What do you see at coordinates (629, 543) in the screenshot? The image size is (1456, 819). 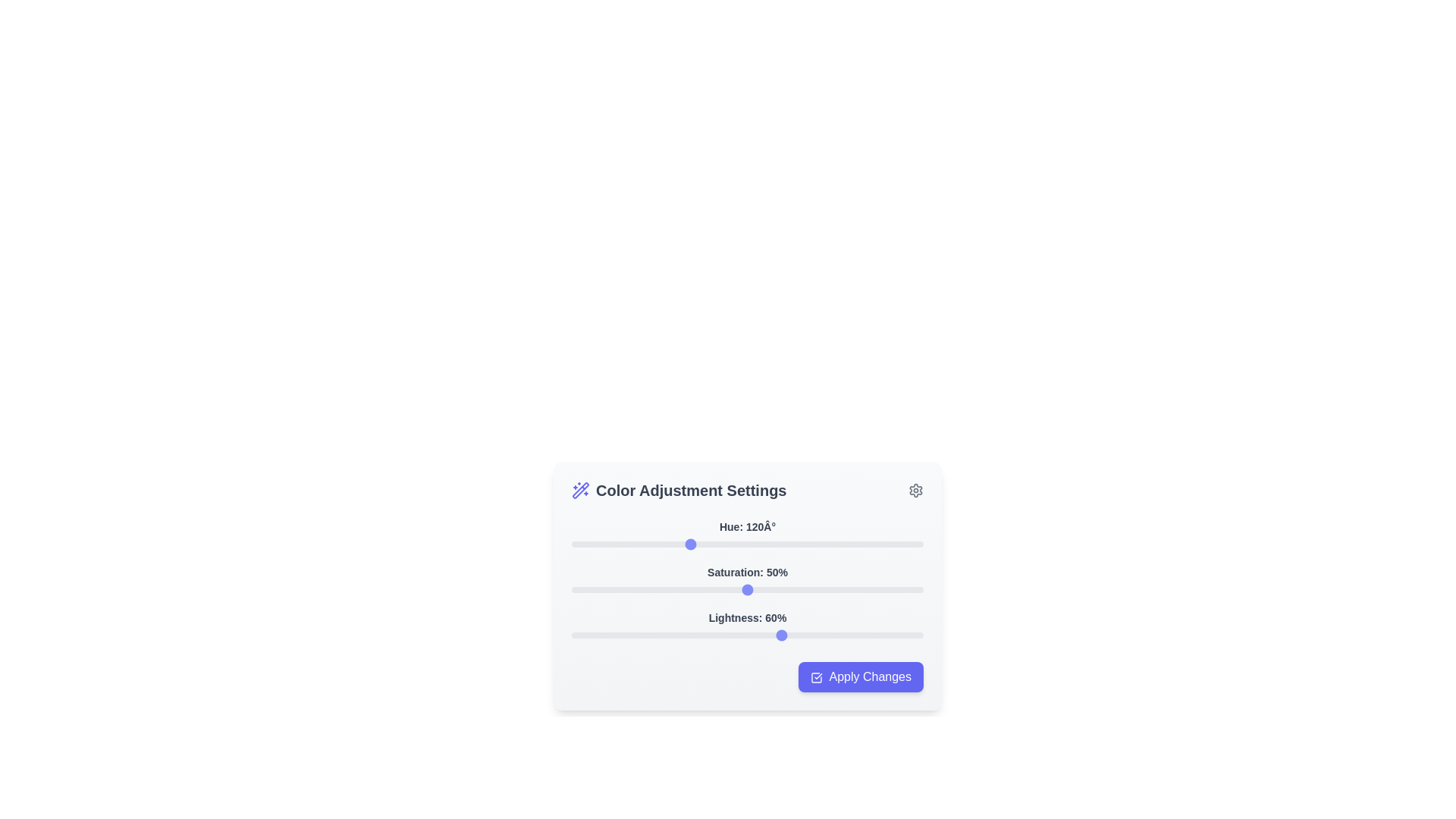 I see `hue` at bounding box center [629, 543].